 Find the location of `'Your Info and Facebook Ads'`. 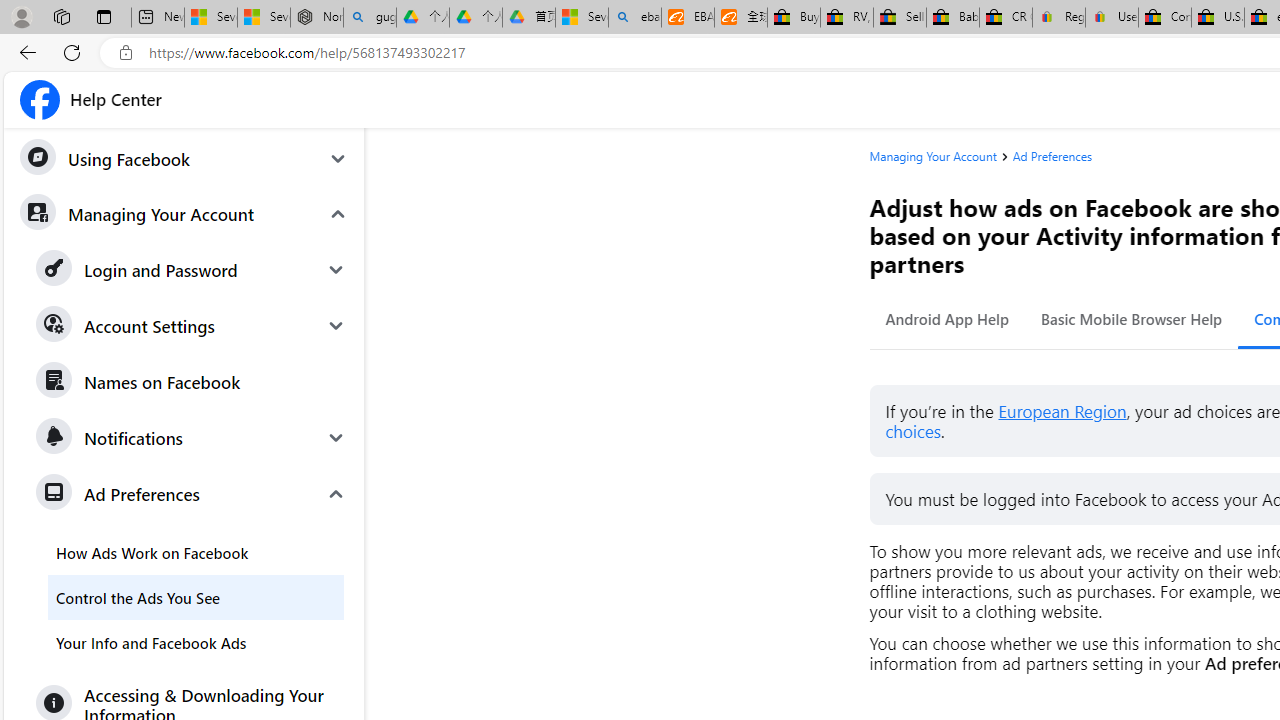

'Your Info and Facebook Ads' is located at coordinates (196, 642).